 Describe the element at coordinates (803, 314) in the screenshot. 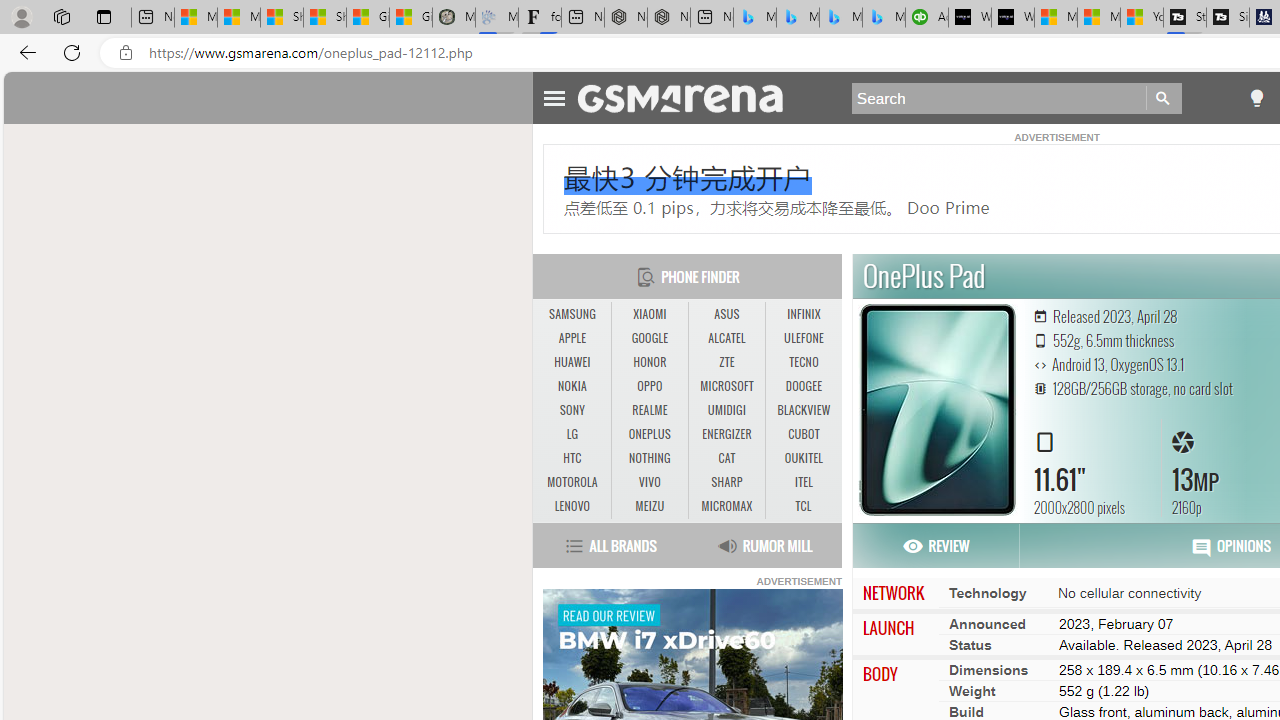

I see `'INFINIX'` at that location.